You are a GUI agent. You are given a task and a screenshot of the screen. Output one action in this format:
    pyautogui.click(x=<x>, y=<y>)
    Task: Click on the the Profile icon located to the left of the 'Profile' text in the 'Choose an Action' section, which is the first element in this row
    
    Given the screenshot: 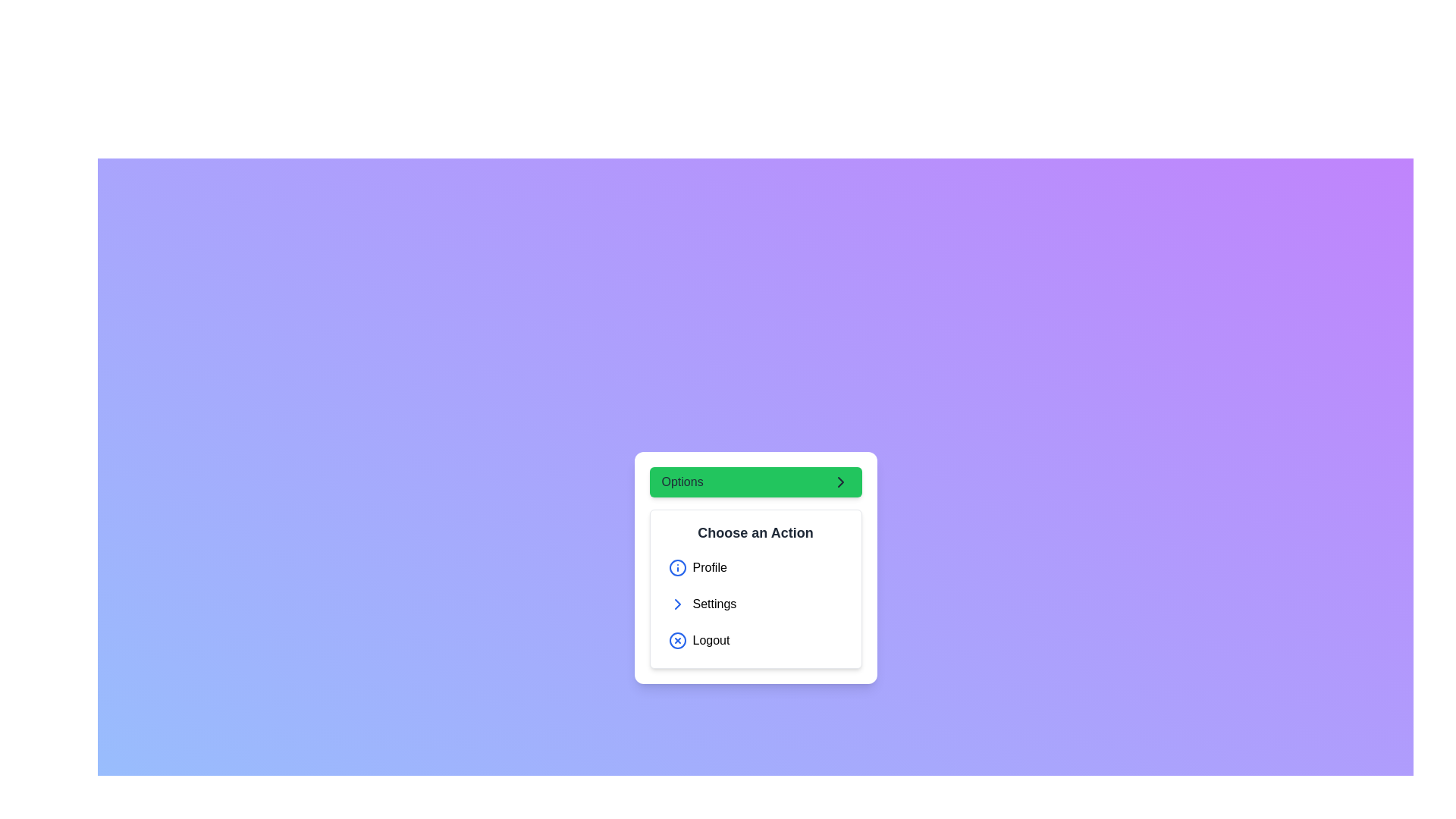 What is the action you would take?
    pyautogui.click(x=676, y=567)
    